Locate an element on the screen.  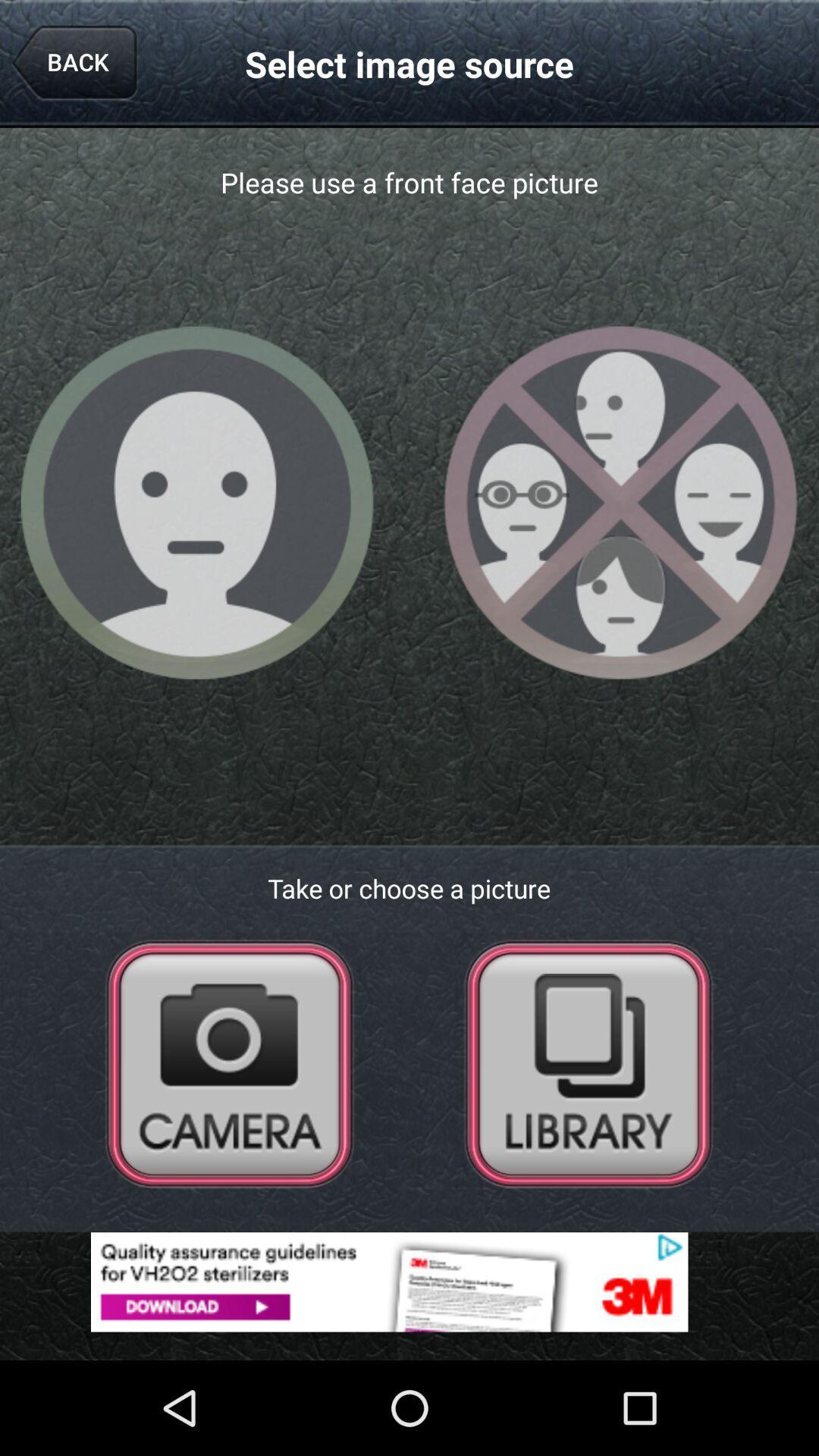
the camera is located at coordinates (230, 1062).